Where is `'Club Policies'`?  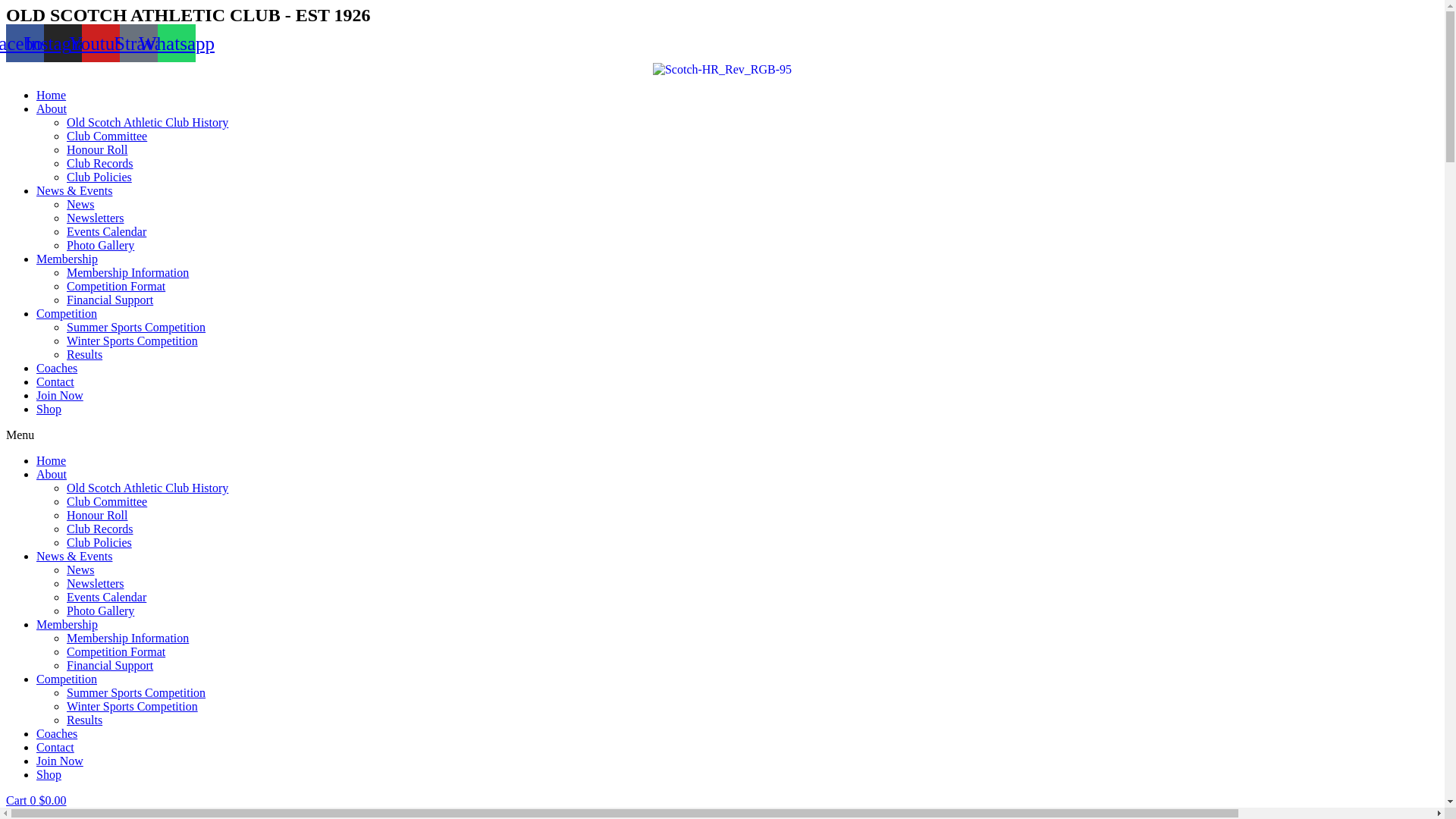
'Club Policies' is located at coordinates (98, 541).